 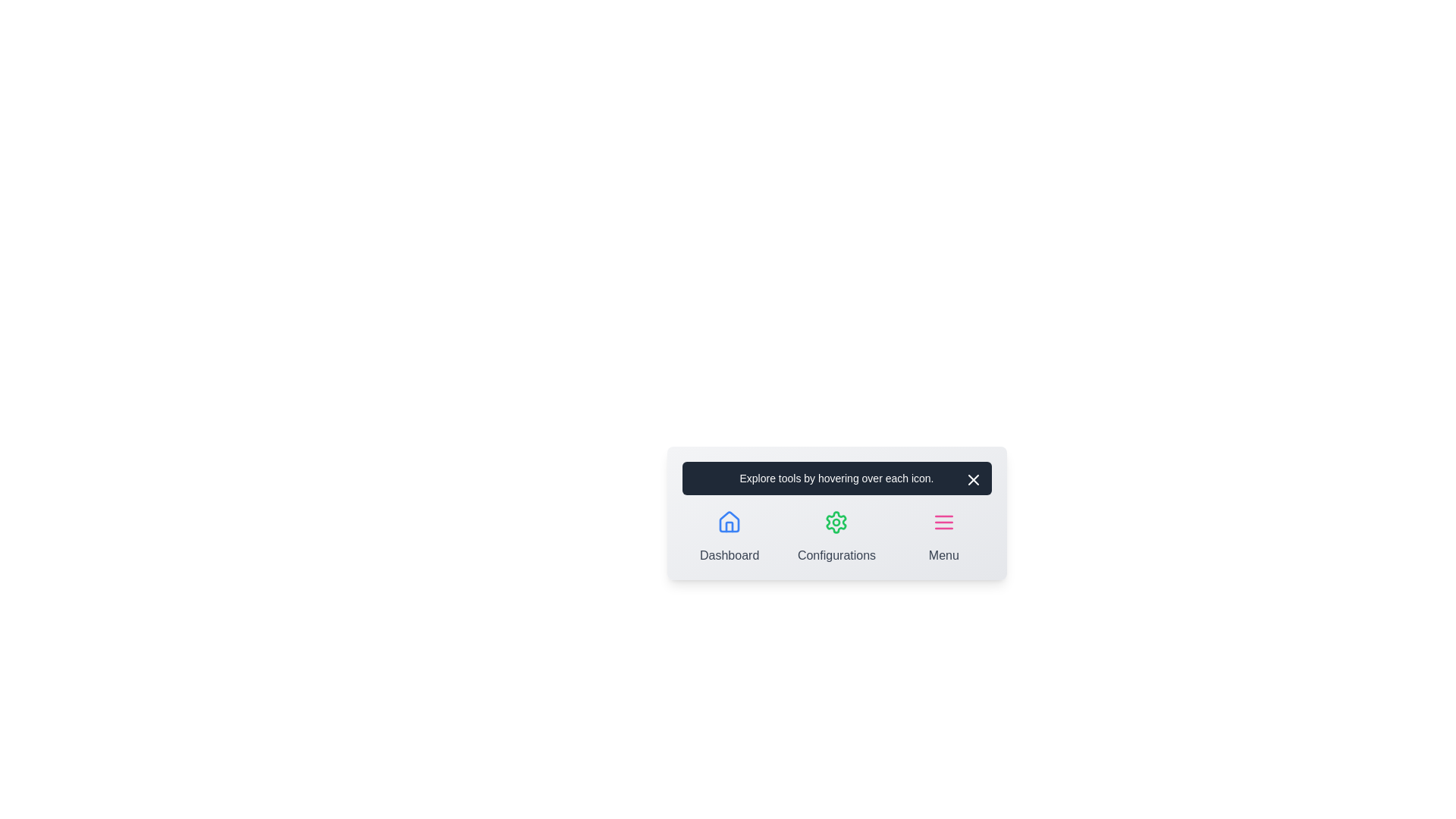 What do you see at coordinates (836, 522) in the screenshot?
I see `the 'Configurations' icon` at bounding box center [836, 522].